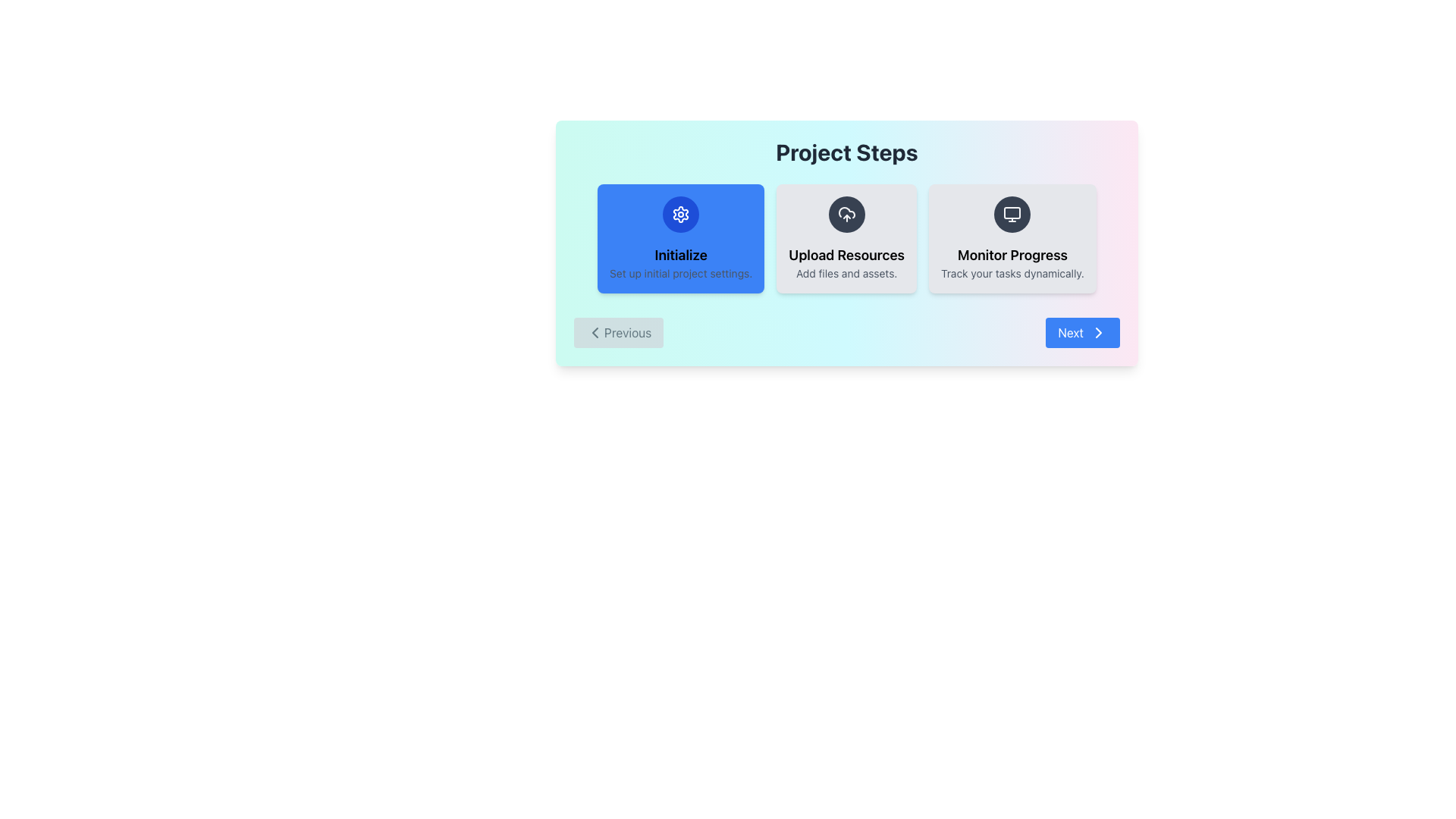 The image size is (1456, 819). What do you see at coordinates (680, 262) in the screenshot?
I see `the first text block in the 'Project Steps' section` at bounding box center [680, 262].